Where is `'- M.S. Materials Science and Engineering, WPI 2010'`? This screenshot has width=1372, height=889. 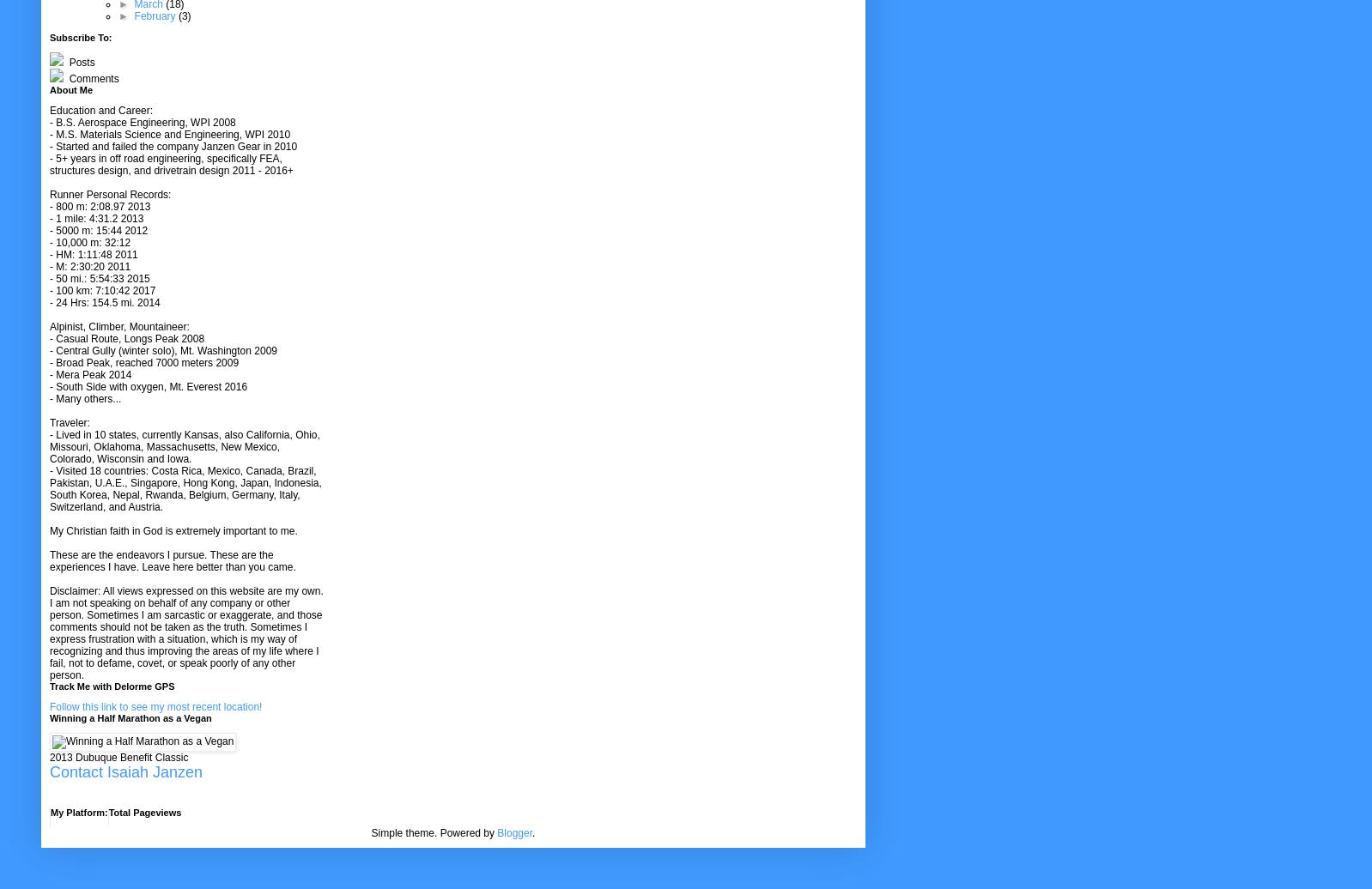
'- M.S. Materials Science and Engineering, WPI 2010' is located at coordinates (168, 134).